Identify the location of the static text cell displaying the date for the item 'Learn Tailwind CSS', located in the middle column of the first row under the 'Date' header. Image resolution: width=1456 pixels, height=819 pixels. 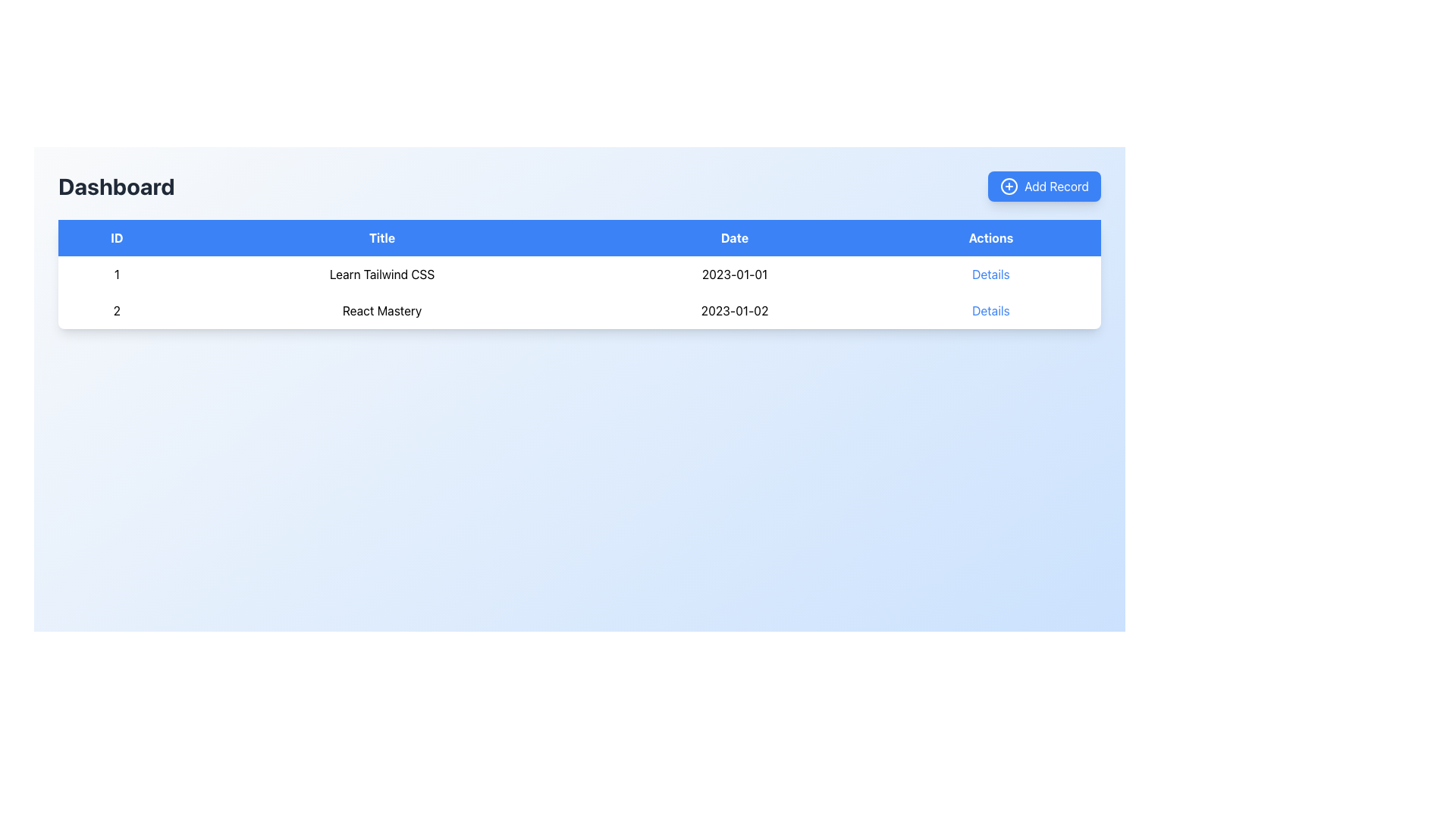
(735, 275).